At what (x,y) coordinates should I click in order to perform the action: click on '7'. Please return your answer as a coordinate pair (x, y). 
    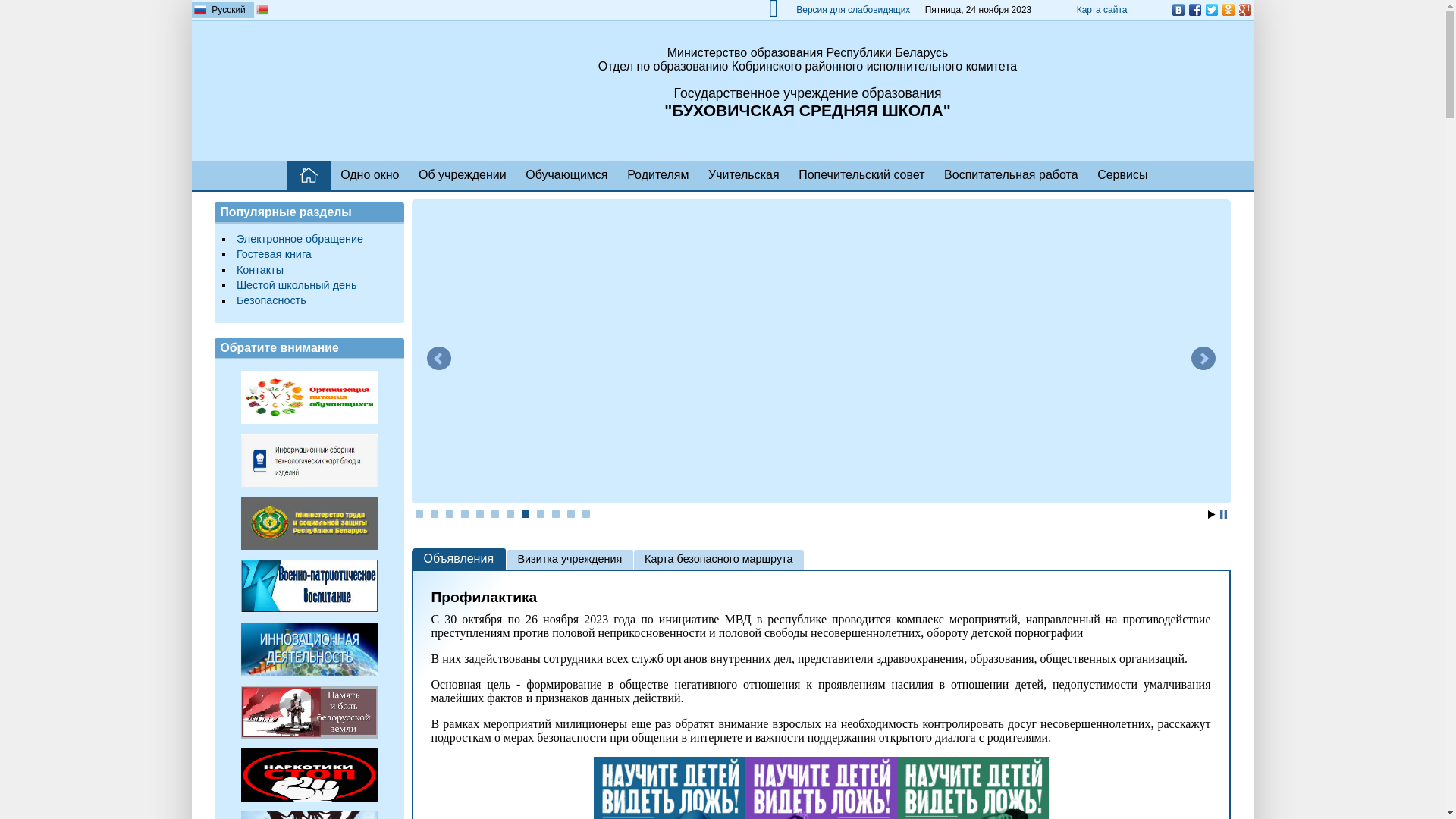
    Looking at the image, I should click on (510, 513).